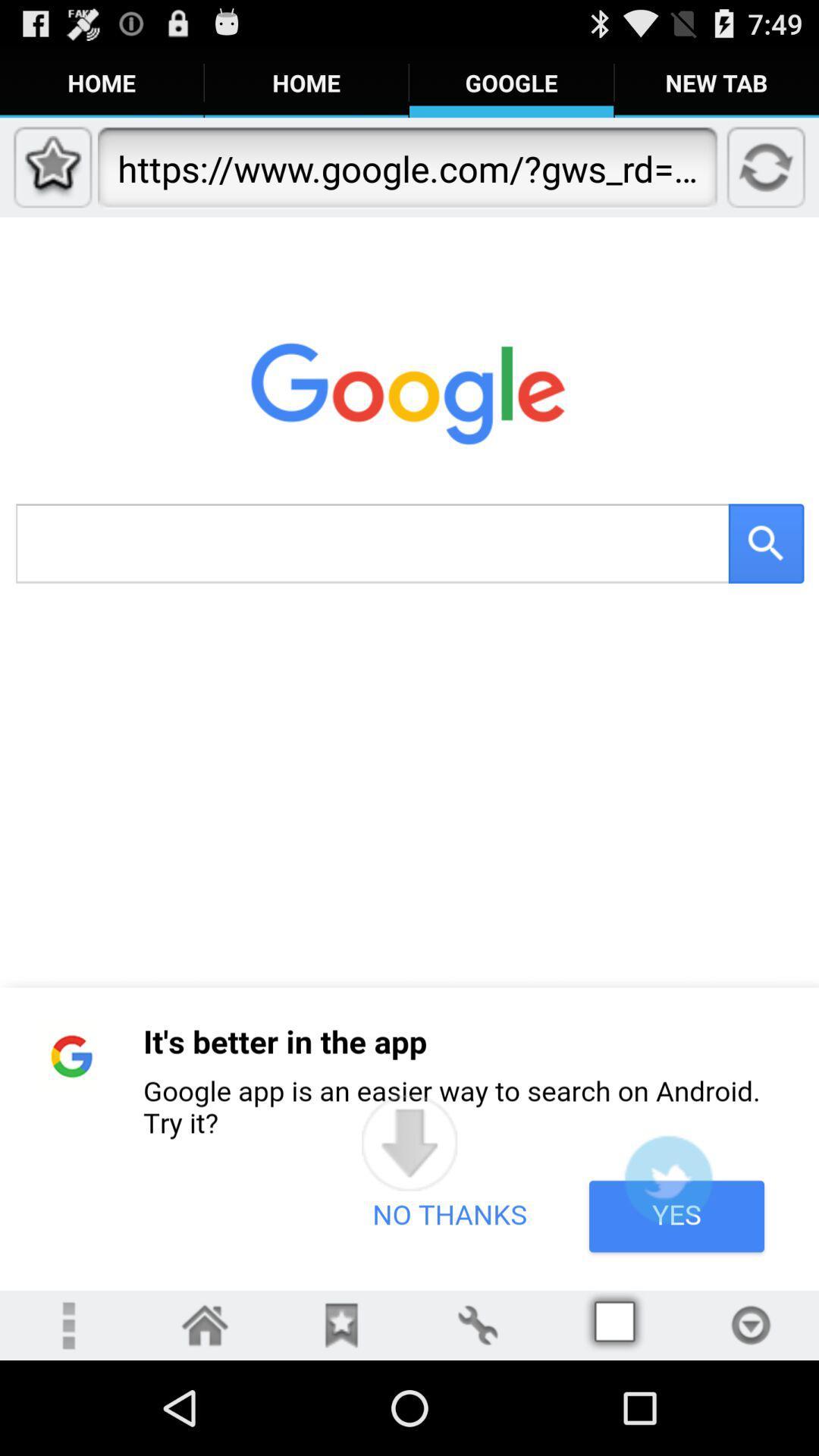 Image resolution: width=819 pixels, height=1456 pixels. Describe the element at coordinates (67, 1324) in the screenshot. I see `drop down main menu` at that location.